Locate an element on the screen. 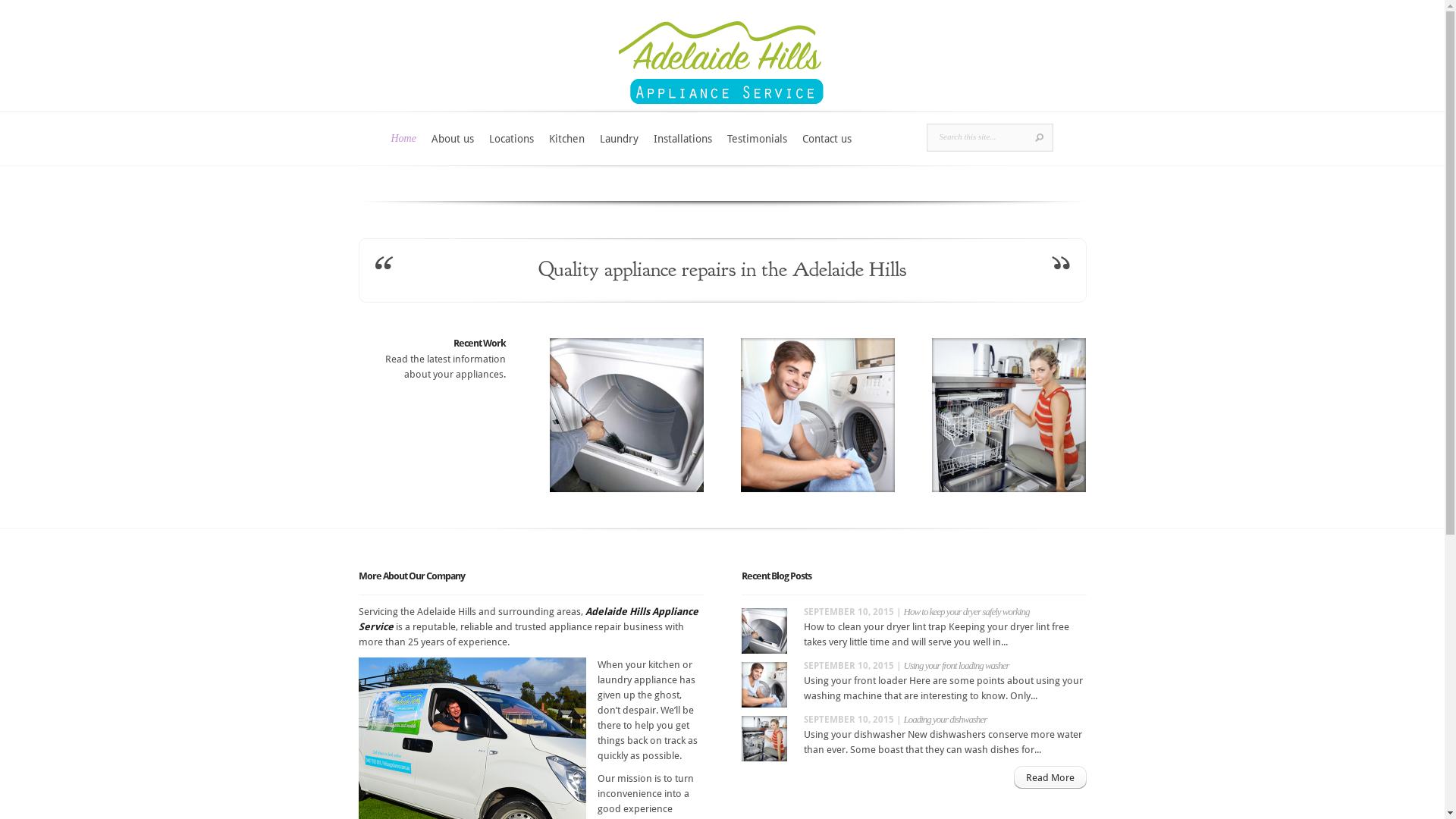 The width and height of the screenshot is (1456, 819). 'Using your front loading washer' is located at coordinates (955, 664).